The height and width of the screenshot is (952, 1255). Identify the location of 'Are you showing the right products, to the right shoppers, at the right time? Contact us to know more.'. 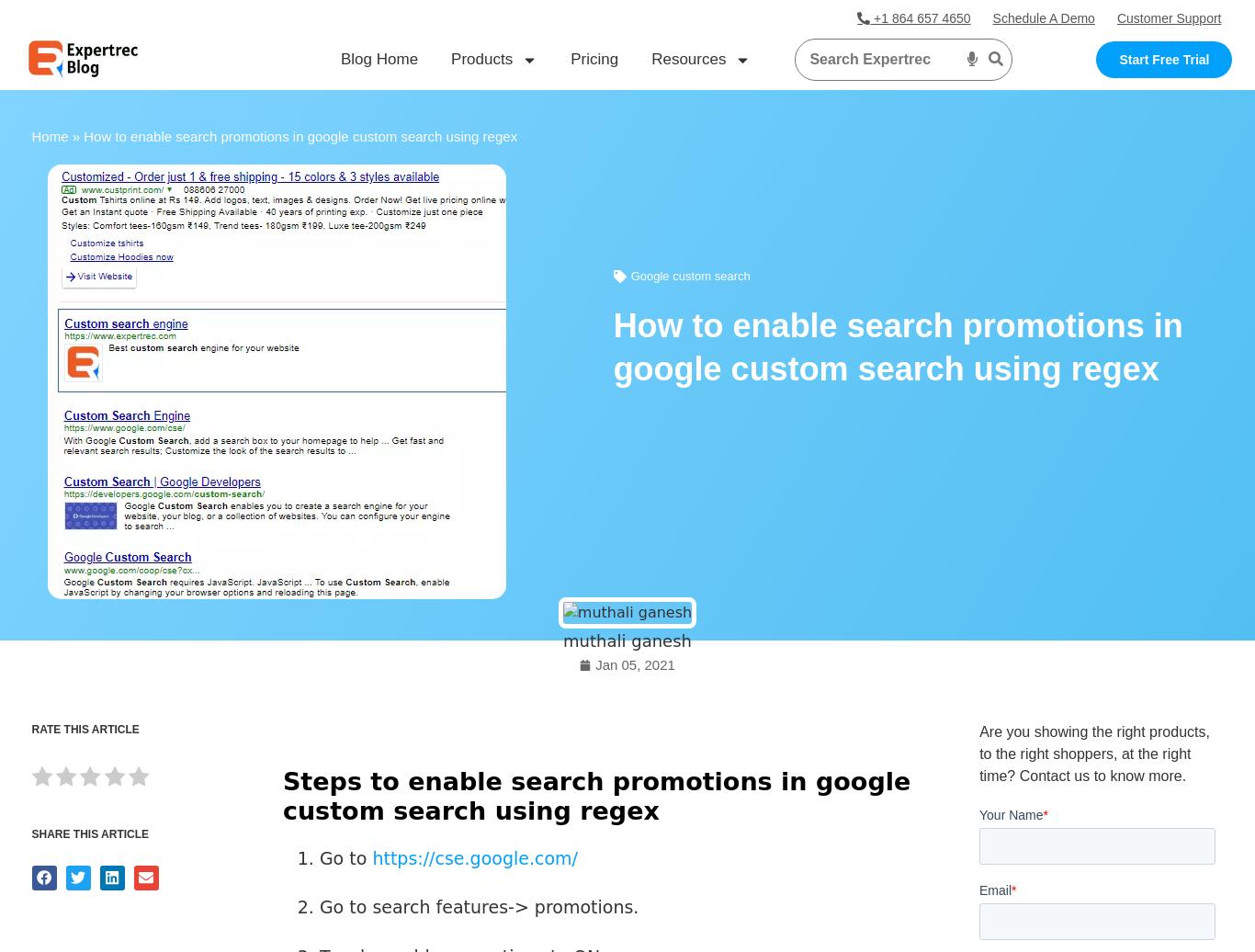
(1094, 754).